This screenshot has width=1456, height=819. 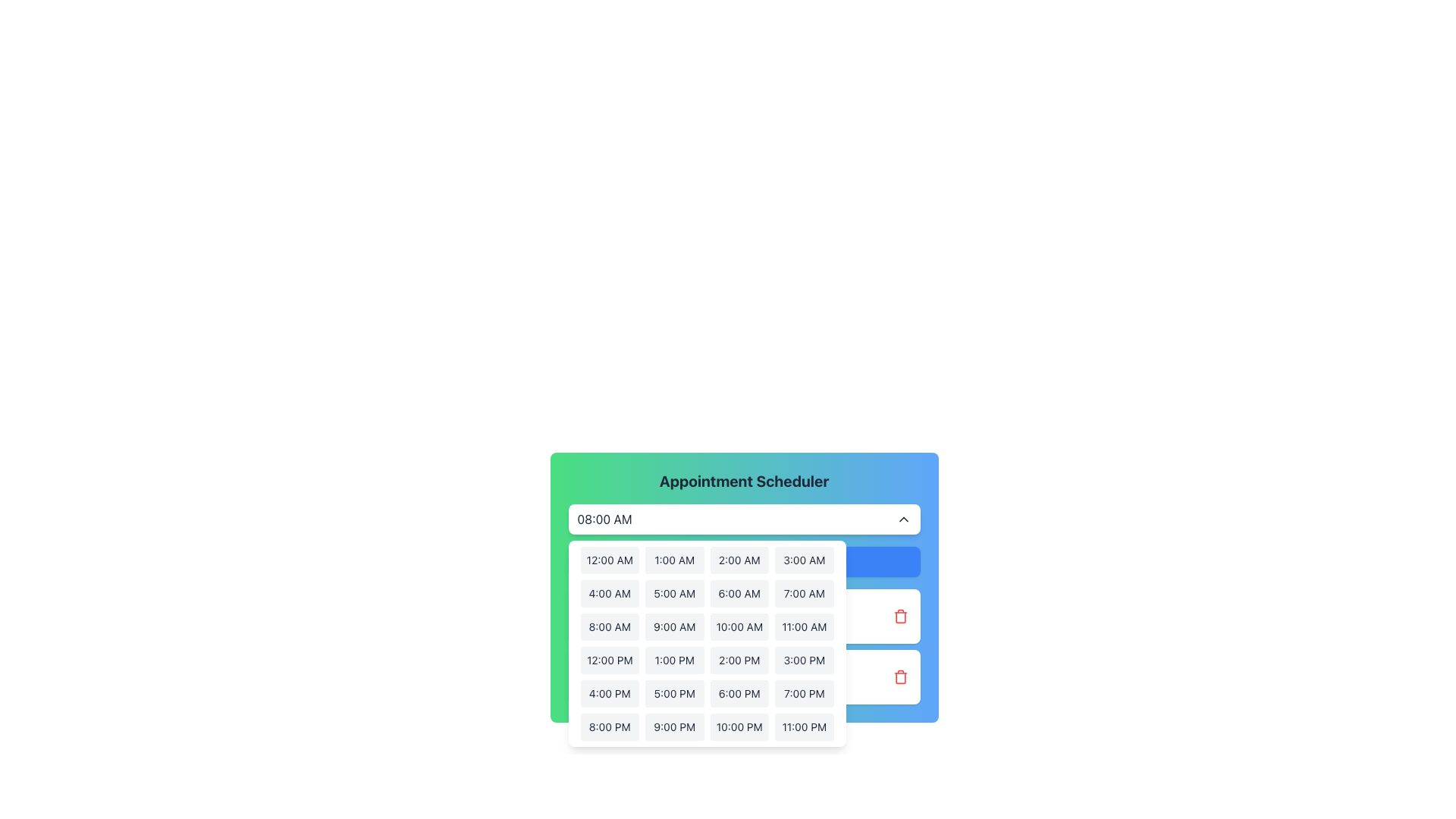 What do you see at coordinates (803, 726) in the screenshot?
I see `the selectable time option button for 11:00 PM in the Appointment Scheduler section` at bounding box center [803, 726].